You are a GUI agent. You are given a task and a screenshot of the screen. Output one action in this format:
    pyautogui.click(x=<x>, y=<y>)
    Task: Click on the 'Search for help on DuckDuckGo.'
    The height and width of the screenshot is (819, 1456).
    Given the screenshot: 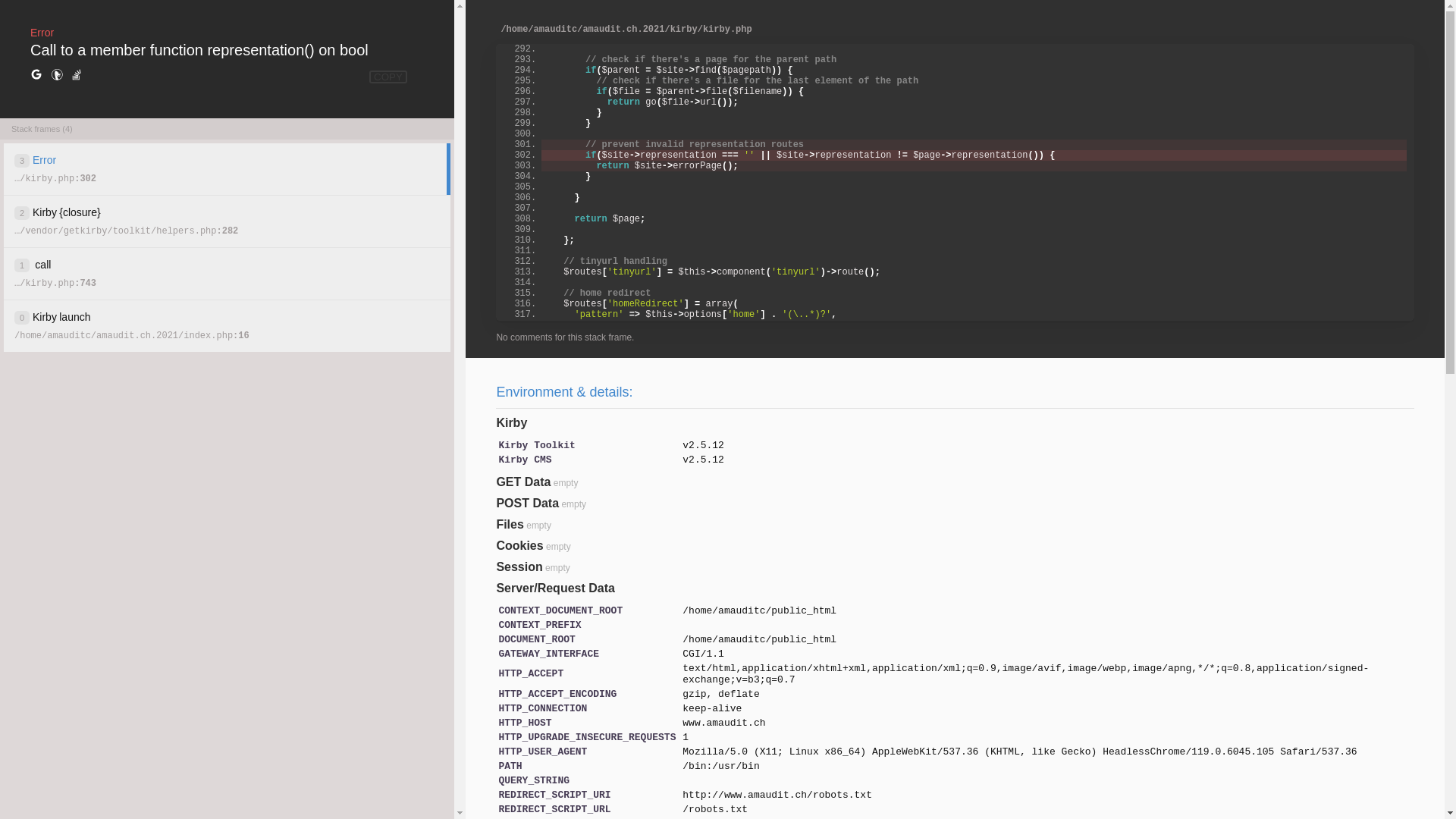 What is the action you would take?
    pyautogui.click(x=57, y=75)
    